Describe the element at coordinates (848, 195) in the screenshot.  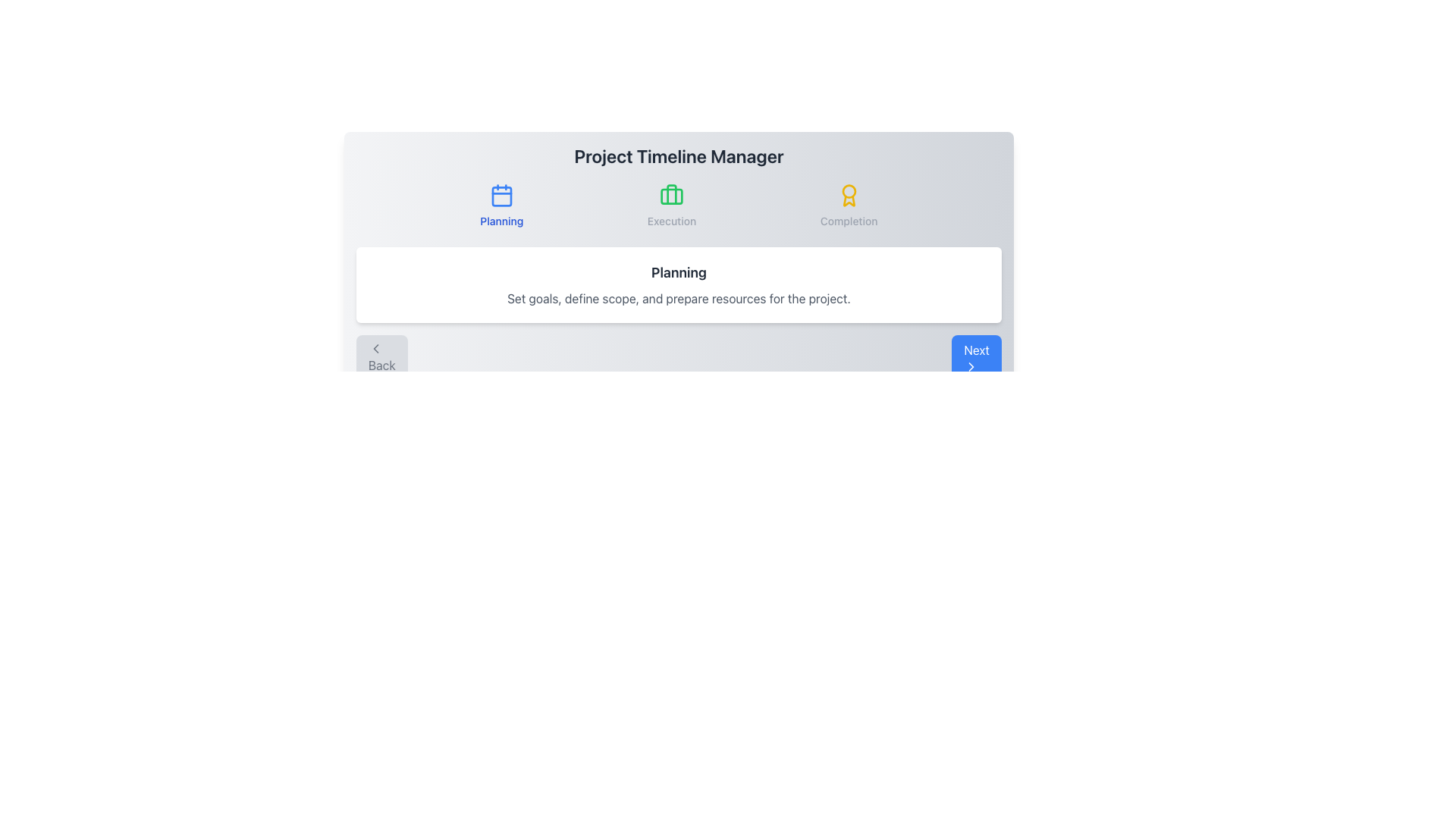
I see `the Decorative Icon (SVG) that represents the 'Completion' stage of the 'Project Timeline Manager' header` at that location.